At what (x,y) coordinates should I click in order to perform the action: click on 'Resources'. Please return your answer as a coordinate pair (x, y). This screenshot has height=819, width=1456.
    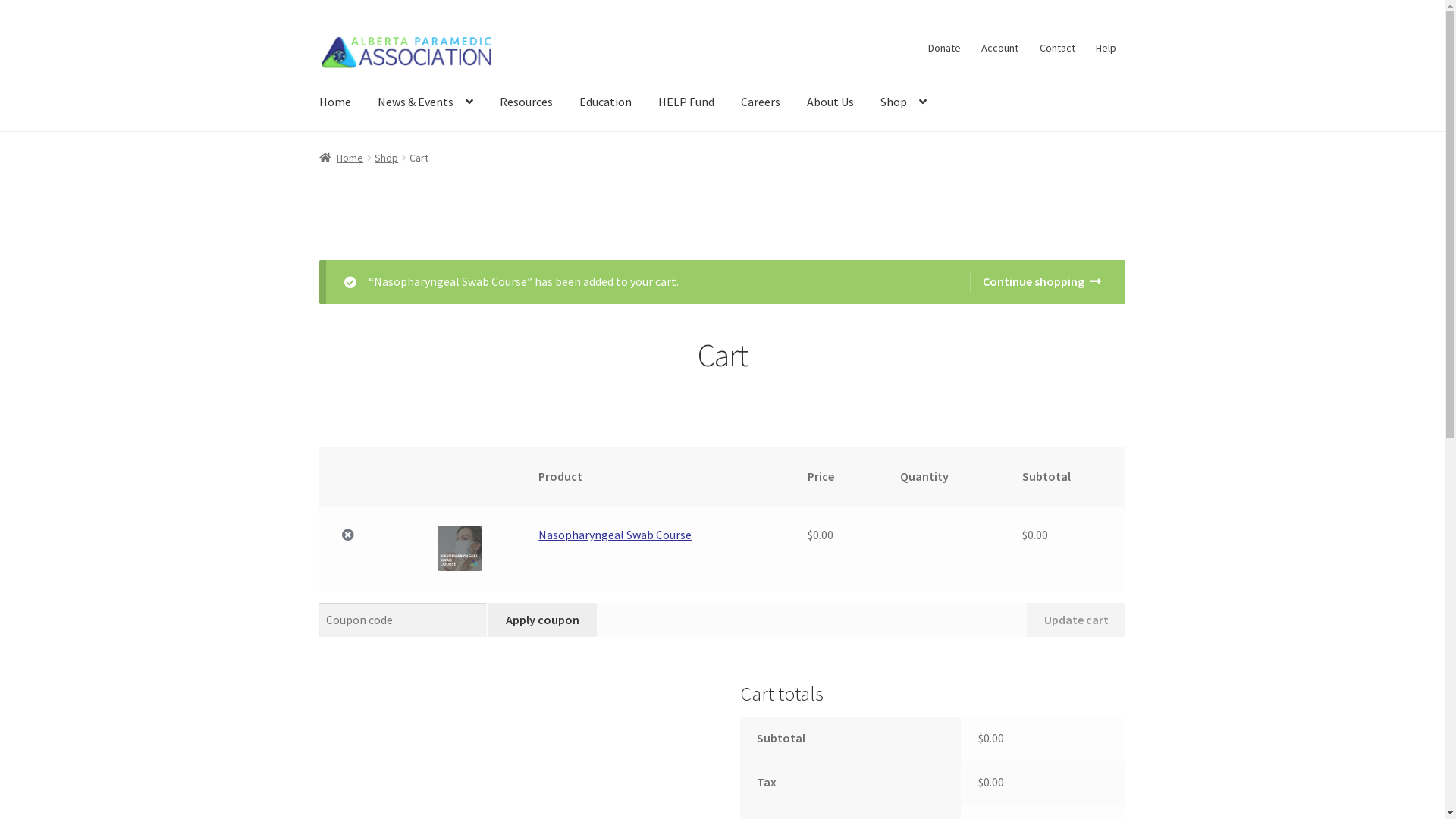
    Looking at the image, I should click on (526, 102).